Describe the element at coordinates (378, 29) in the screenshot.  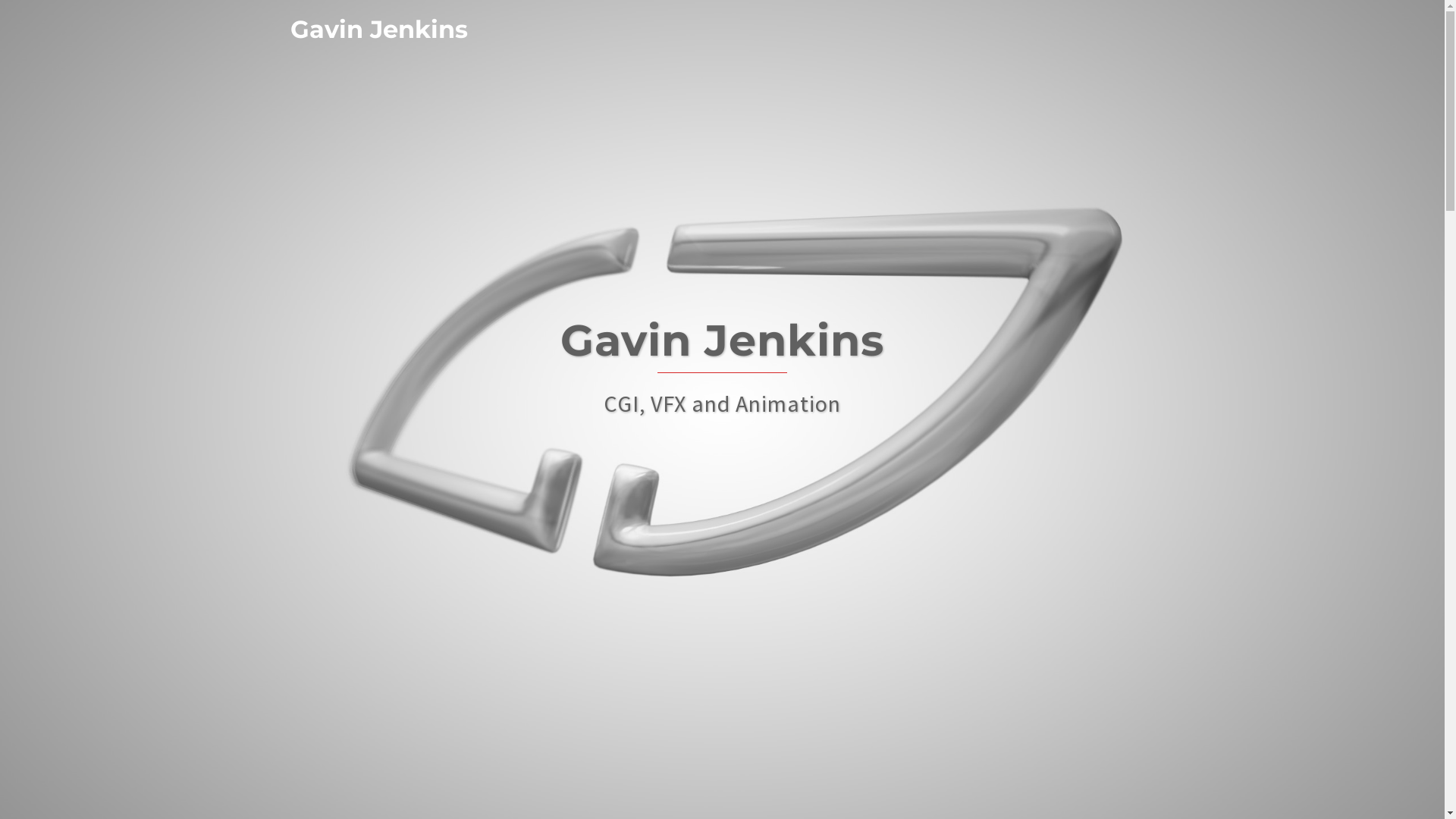
I see `'Gavin Jenkins'` at that location.